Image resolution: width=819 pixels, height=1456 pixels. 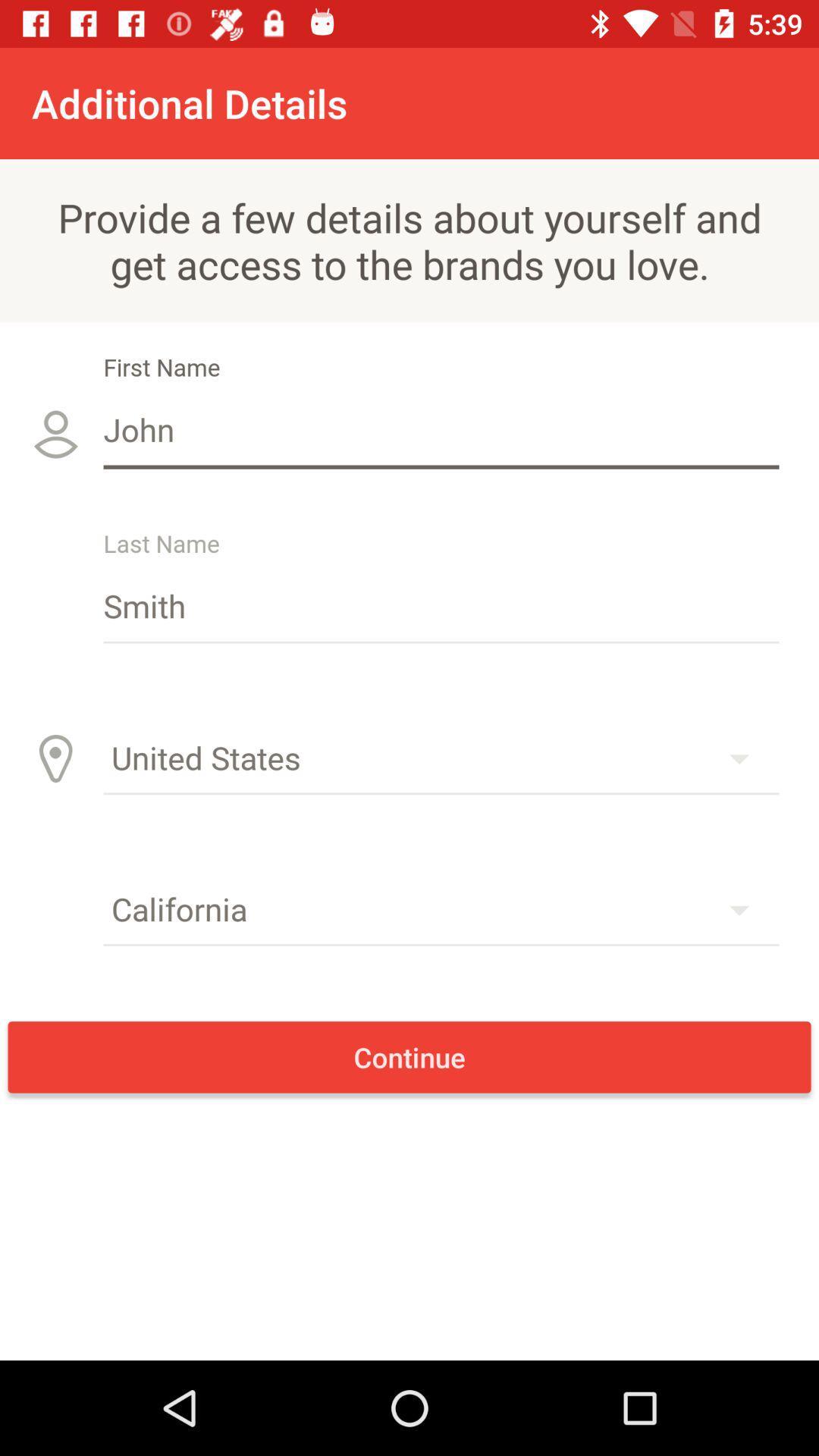 I want to click on john, so click(x=441, y=428).